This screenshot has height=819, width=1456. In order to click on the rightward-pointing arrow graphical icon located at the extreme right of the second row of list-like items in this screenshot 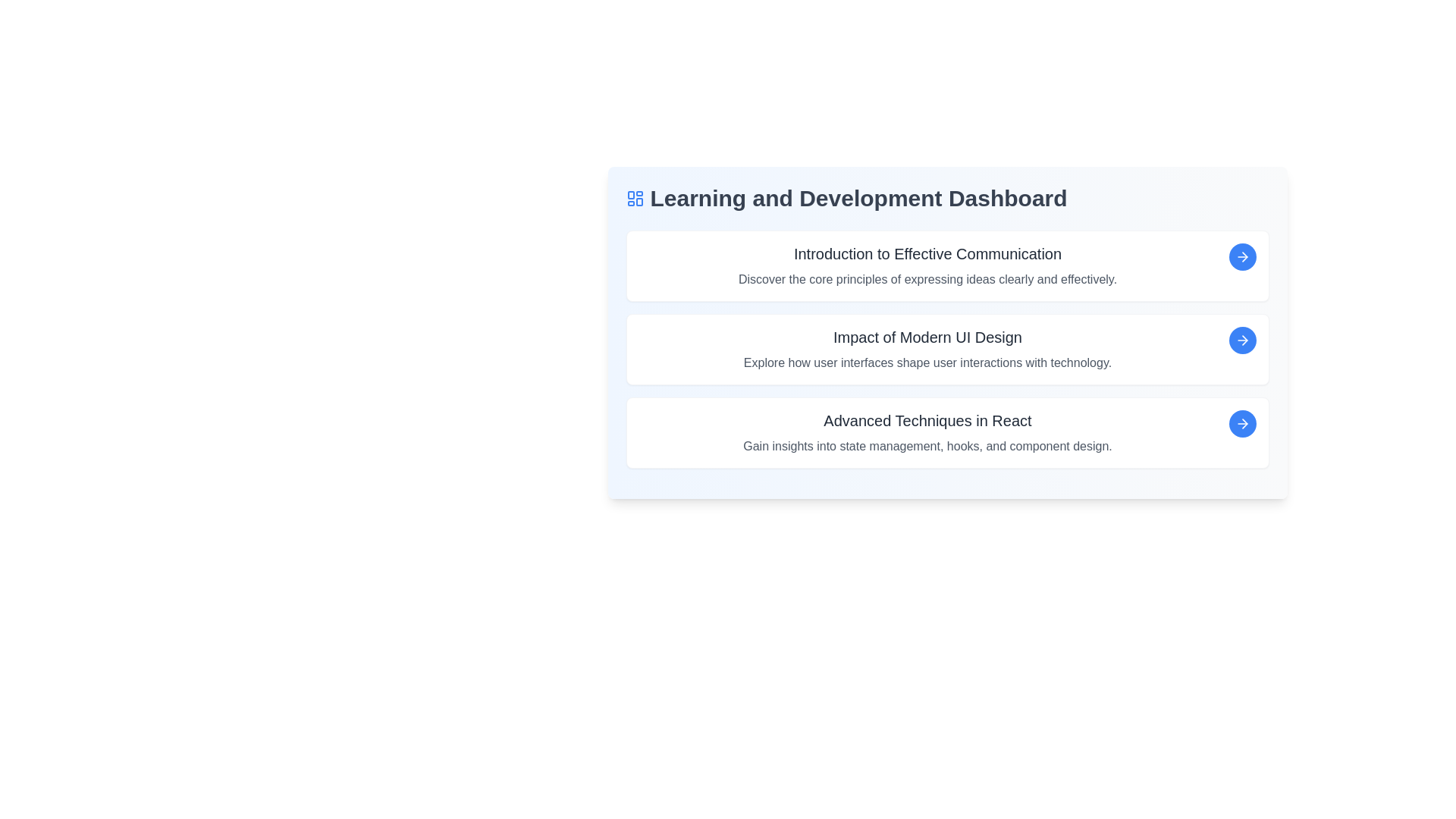, I will do `click(1242, 339)`.